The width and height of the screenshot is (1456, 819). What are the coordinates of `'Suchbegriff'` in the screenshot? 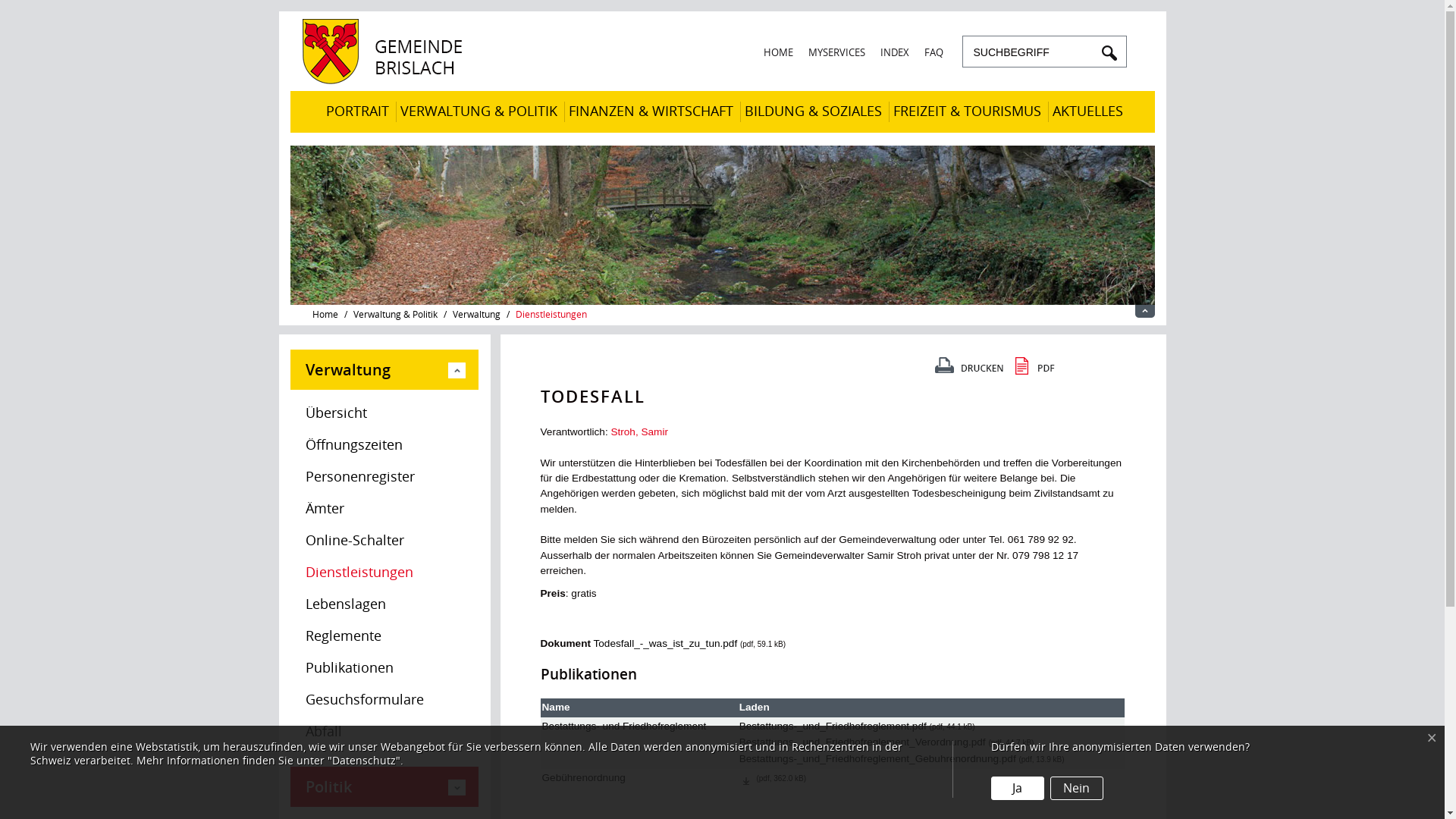 It's located at (1031, 52).